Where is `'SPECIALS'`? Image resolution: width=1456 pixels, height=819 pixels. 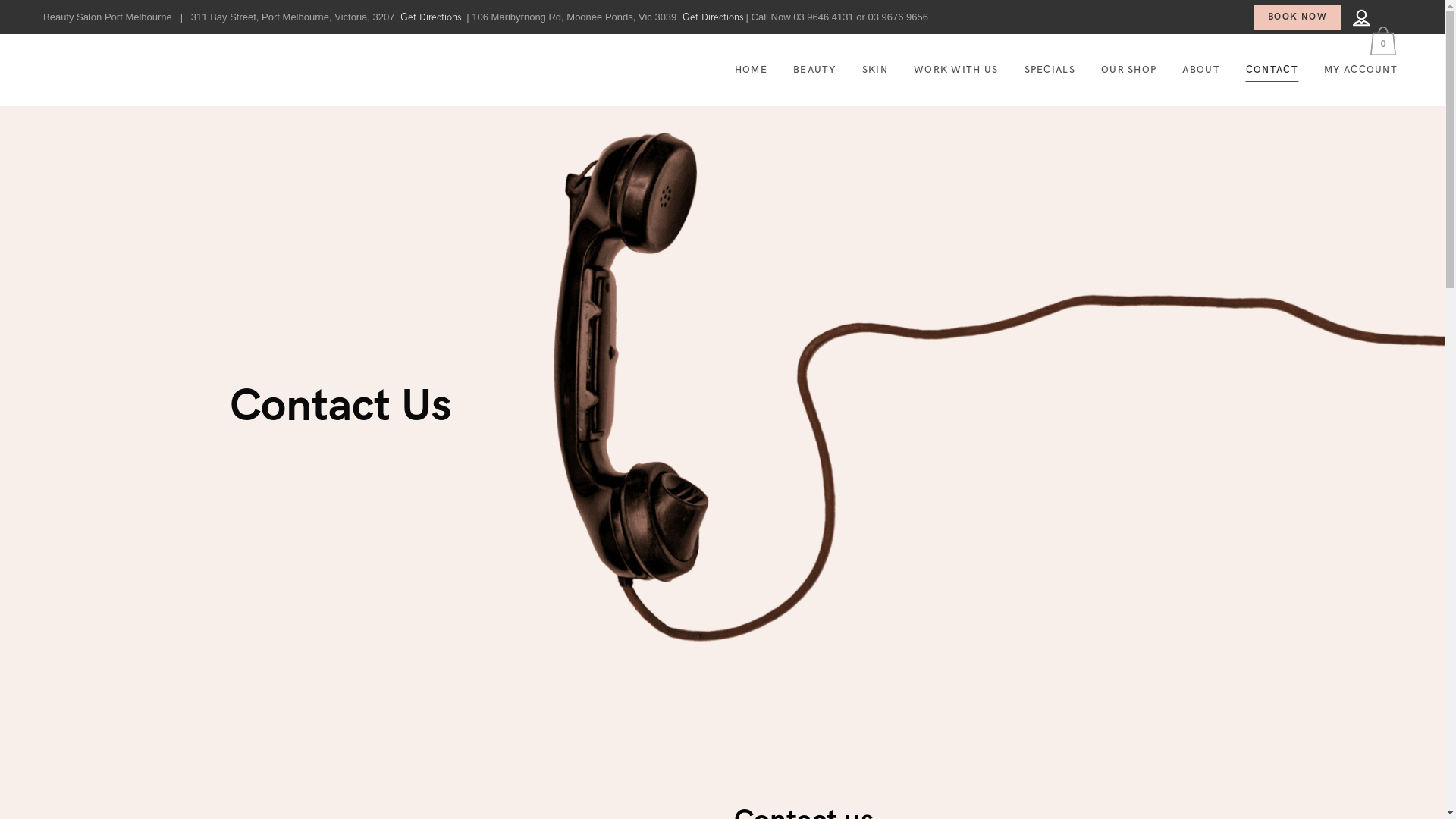
'SPECIALS' is located at coordinates (1049, 70).